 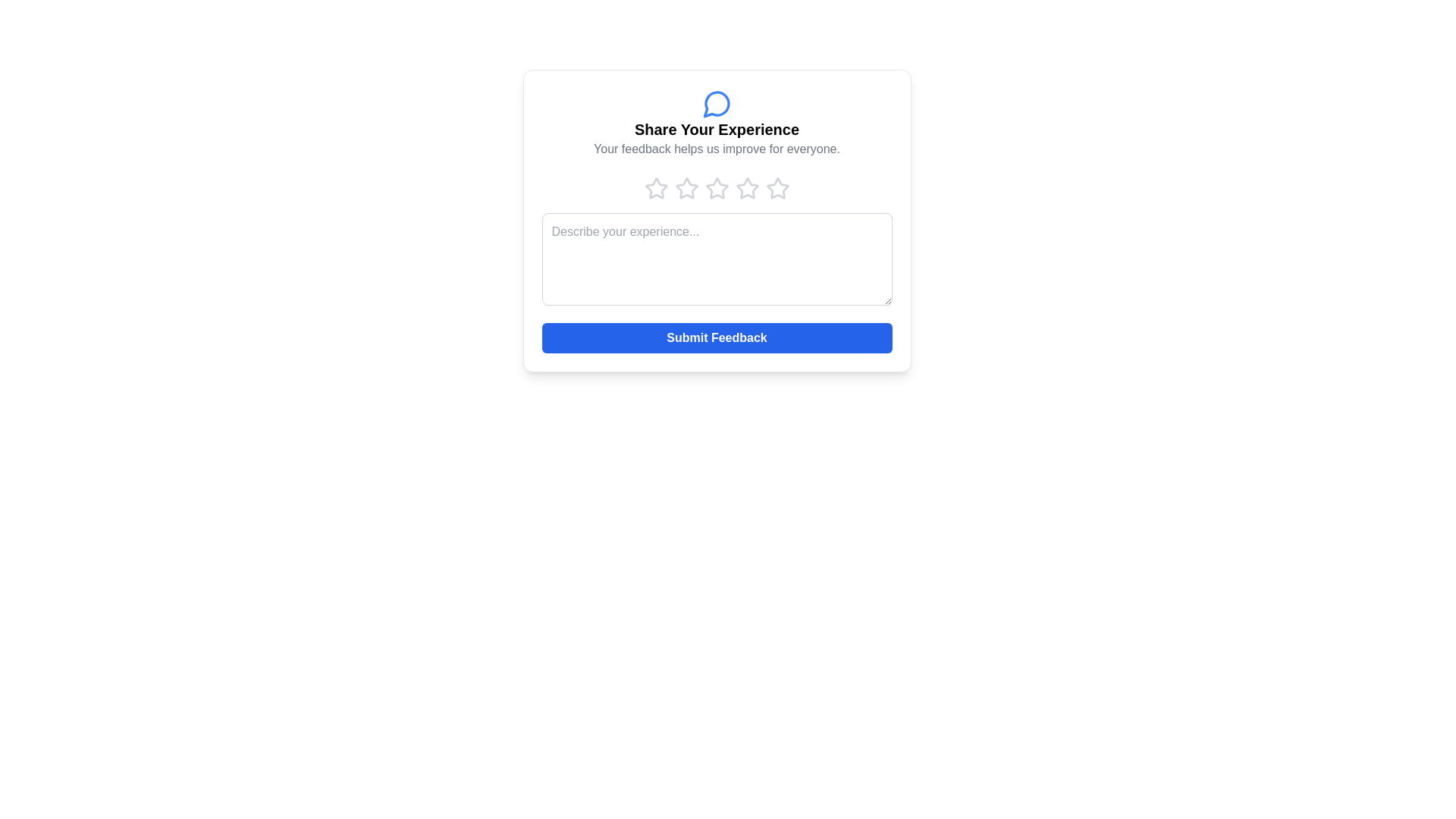 What do you see at coordinates (777, 187) in the screenshot?
I see `the fourth star icon in the rating section of the feedback card, which allows users to rate an experience with four stars` at bounding box center [777, 187].